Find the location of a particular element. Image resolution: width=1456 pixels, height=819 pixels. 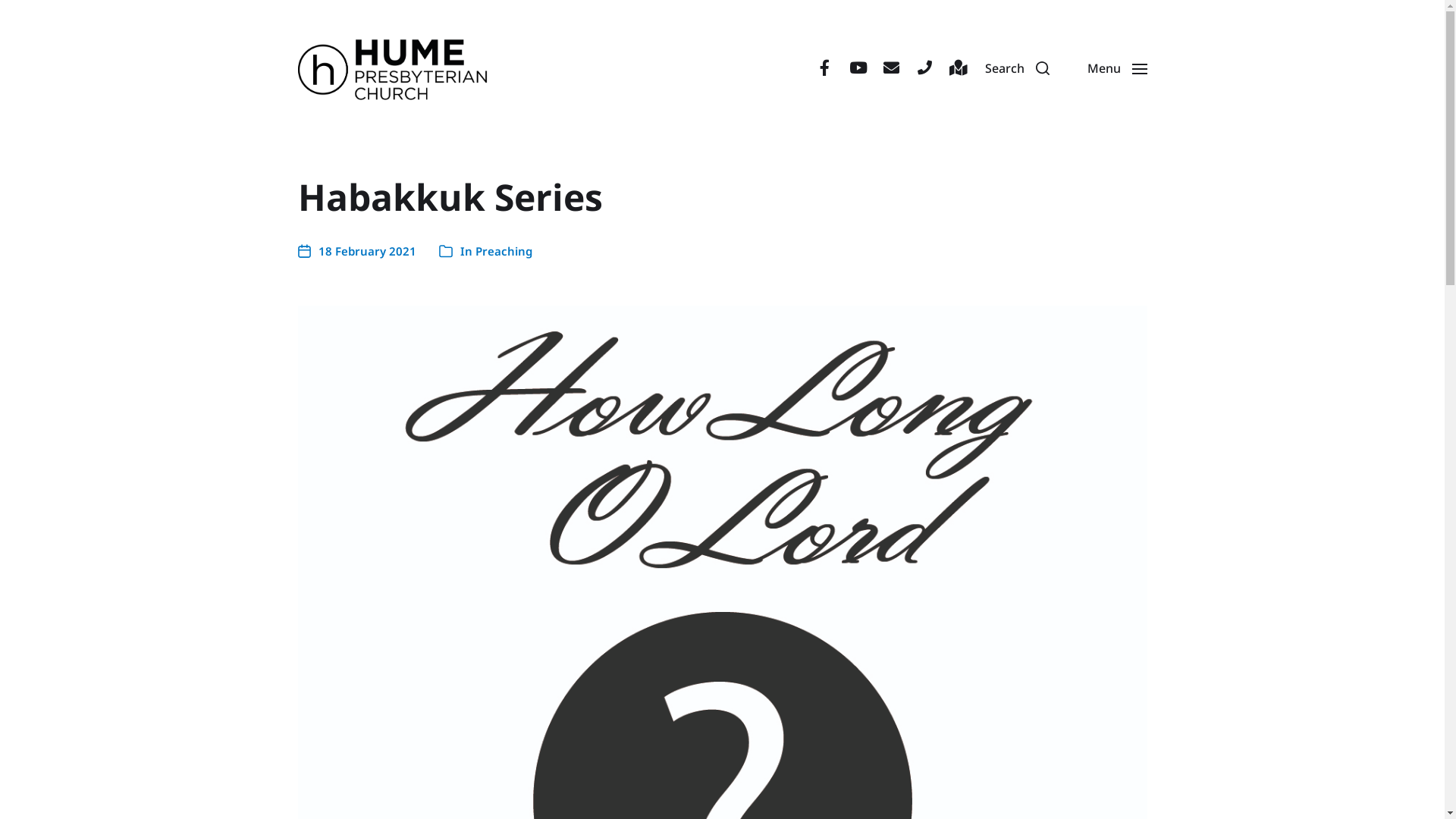

'Search' is located at coordinates (1017, 67).